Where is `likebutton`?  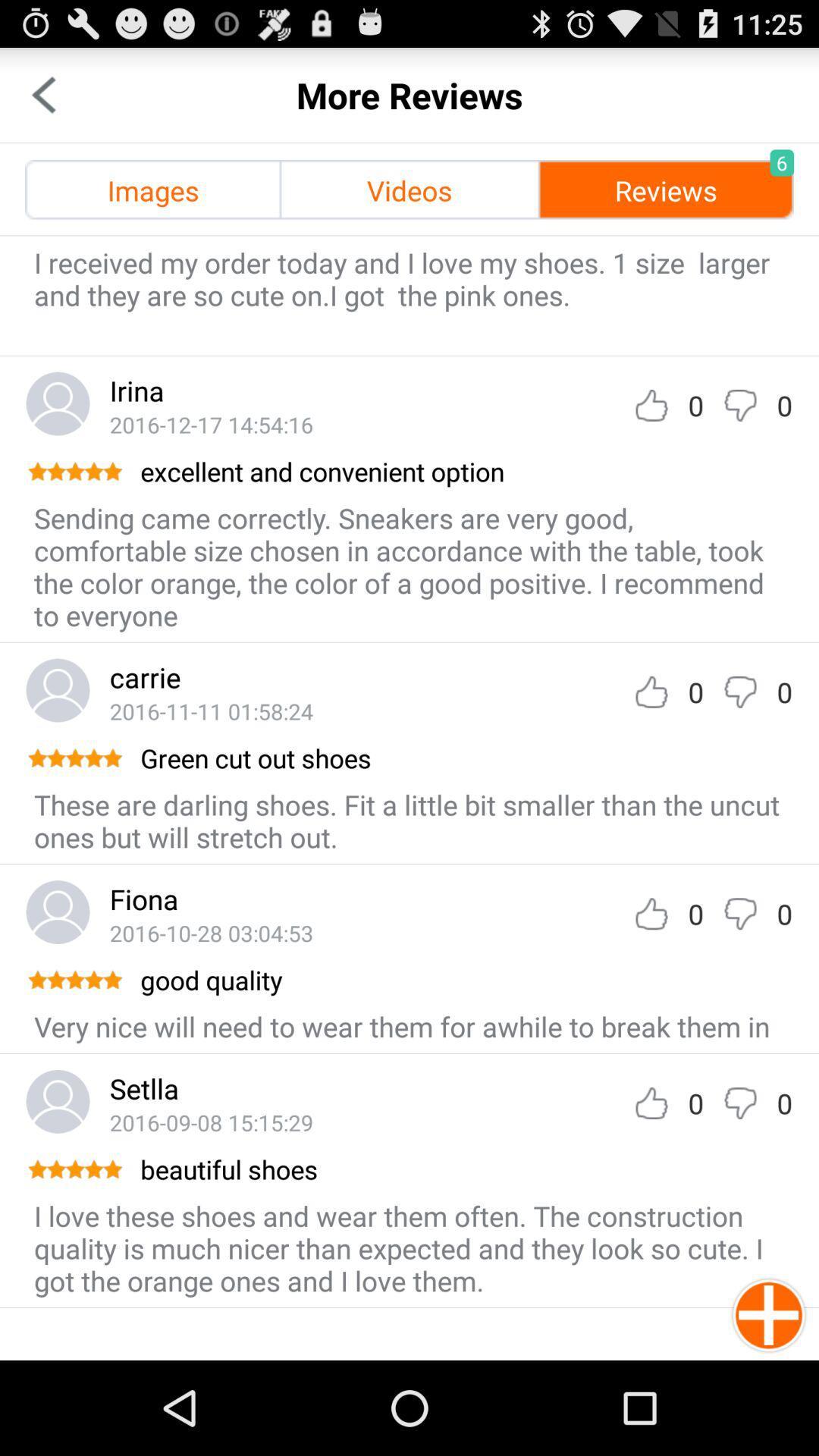
likebutton is located at coordinates (651, 405).